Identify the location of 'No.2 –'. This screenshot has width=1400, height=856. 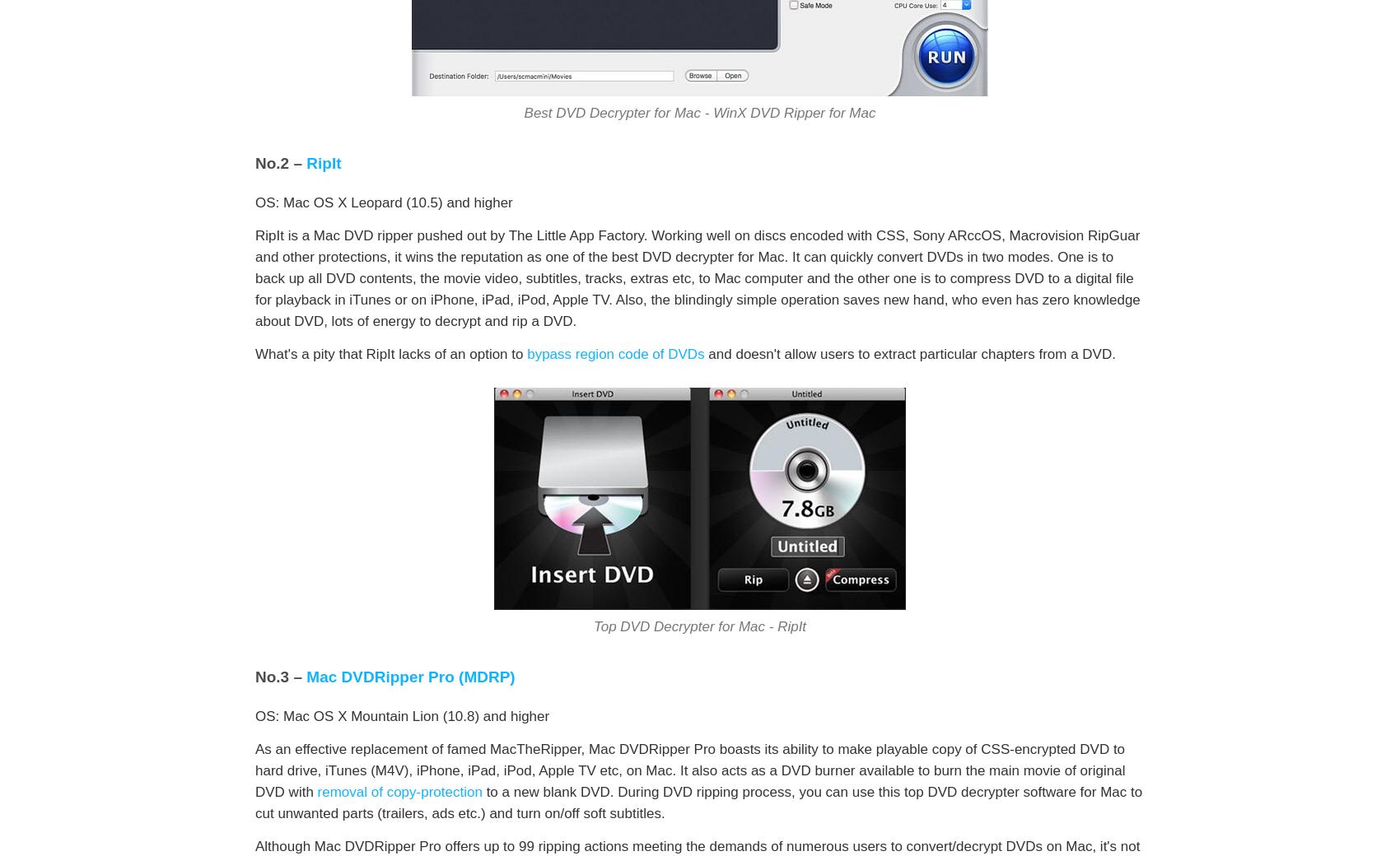
(255, 163).